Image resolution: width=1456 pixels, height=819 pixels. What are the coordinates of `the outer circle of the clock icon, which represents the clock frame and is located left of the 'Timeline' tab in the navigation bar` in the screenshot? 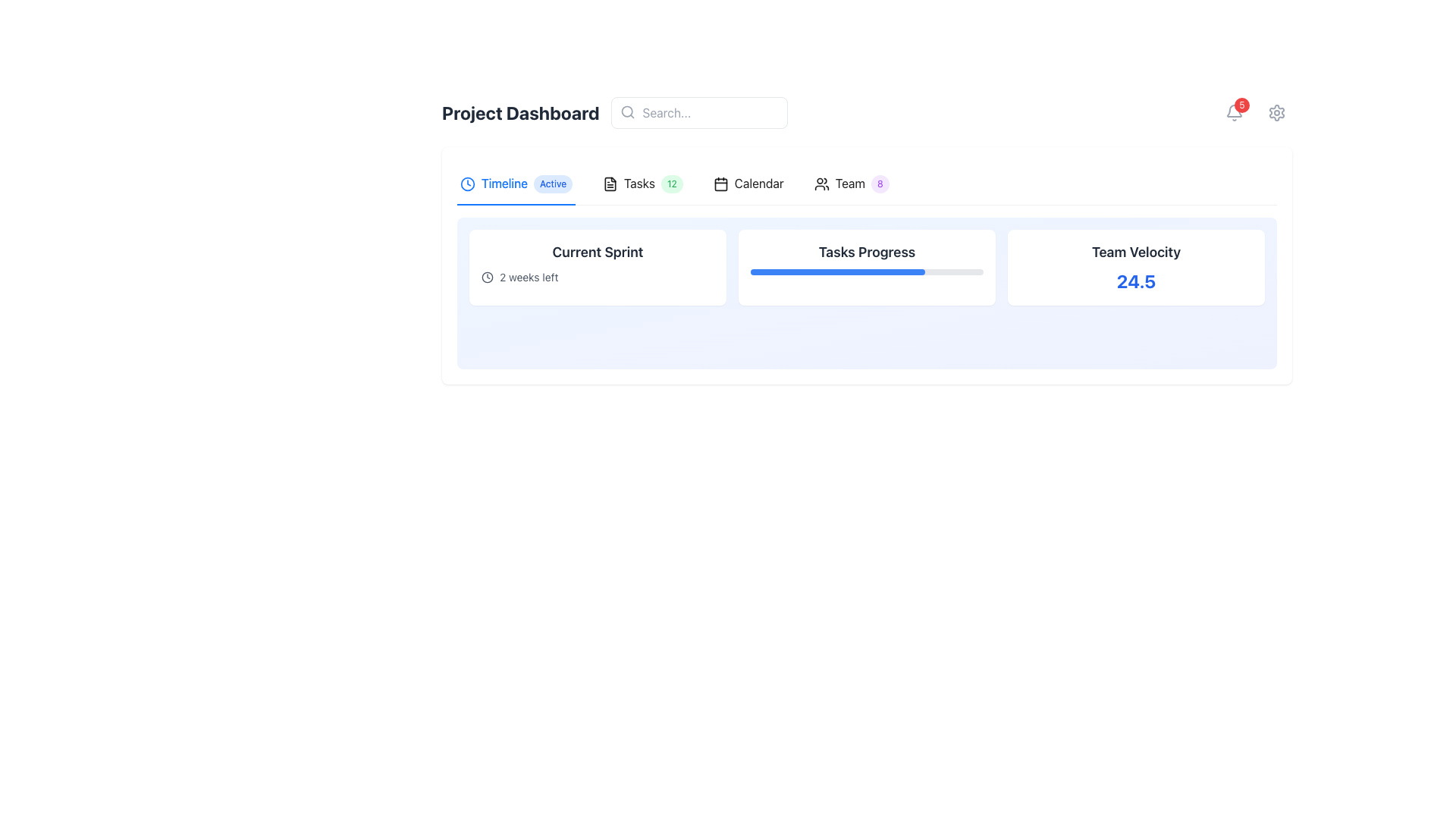 It's located at (467, 183).